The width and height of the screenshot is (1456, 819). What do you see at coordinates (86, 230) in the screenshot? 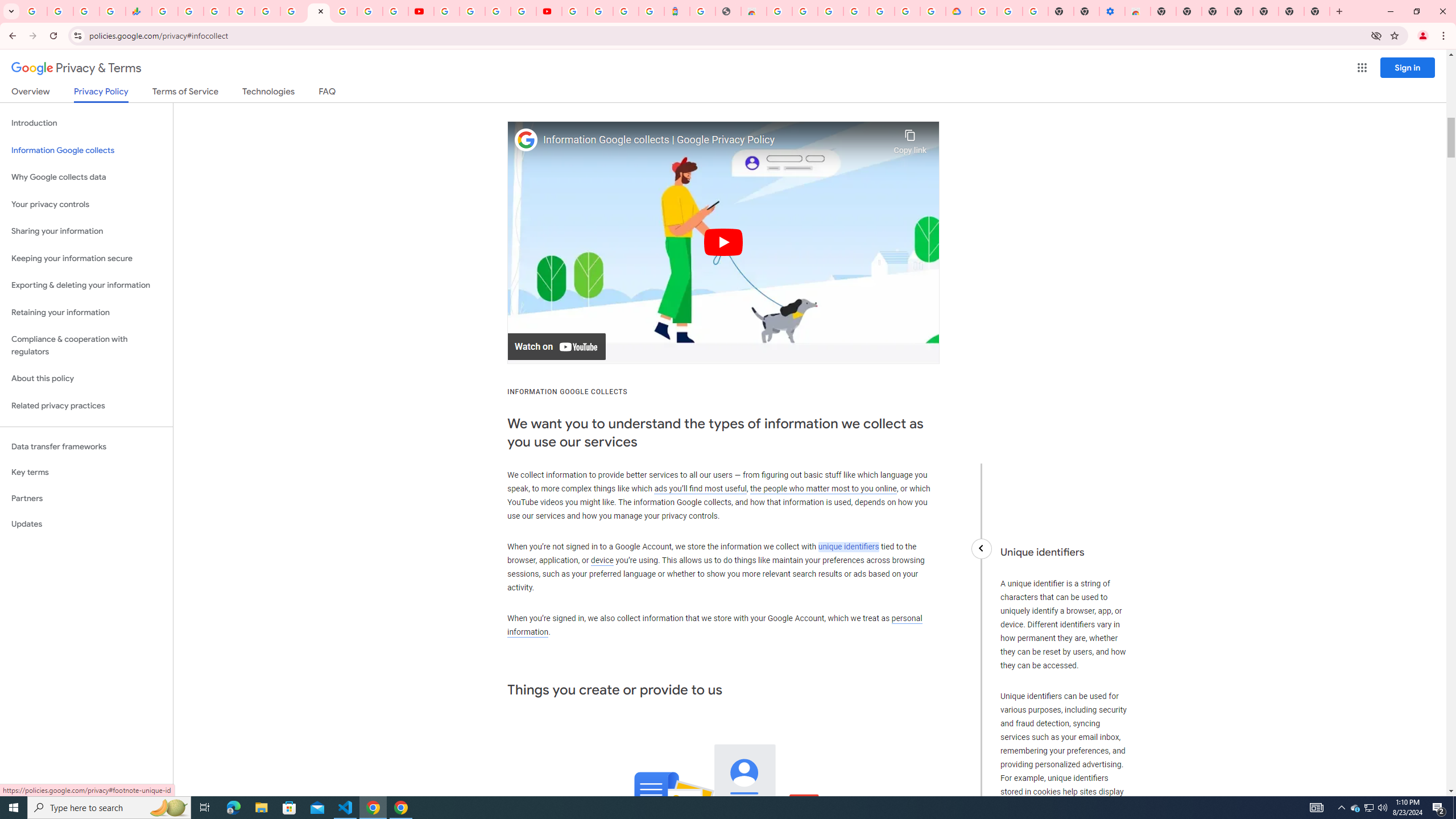
I see `'Sharing your information'` at bounding box center [86, 230].